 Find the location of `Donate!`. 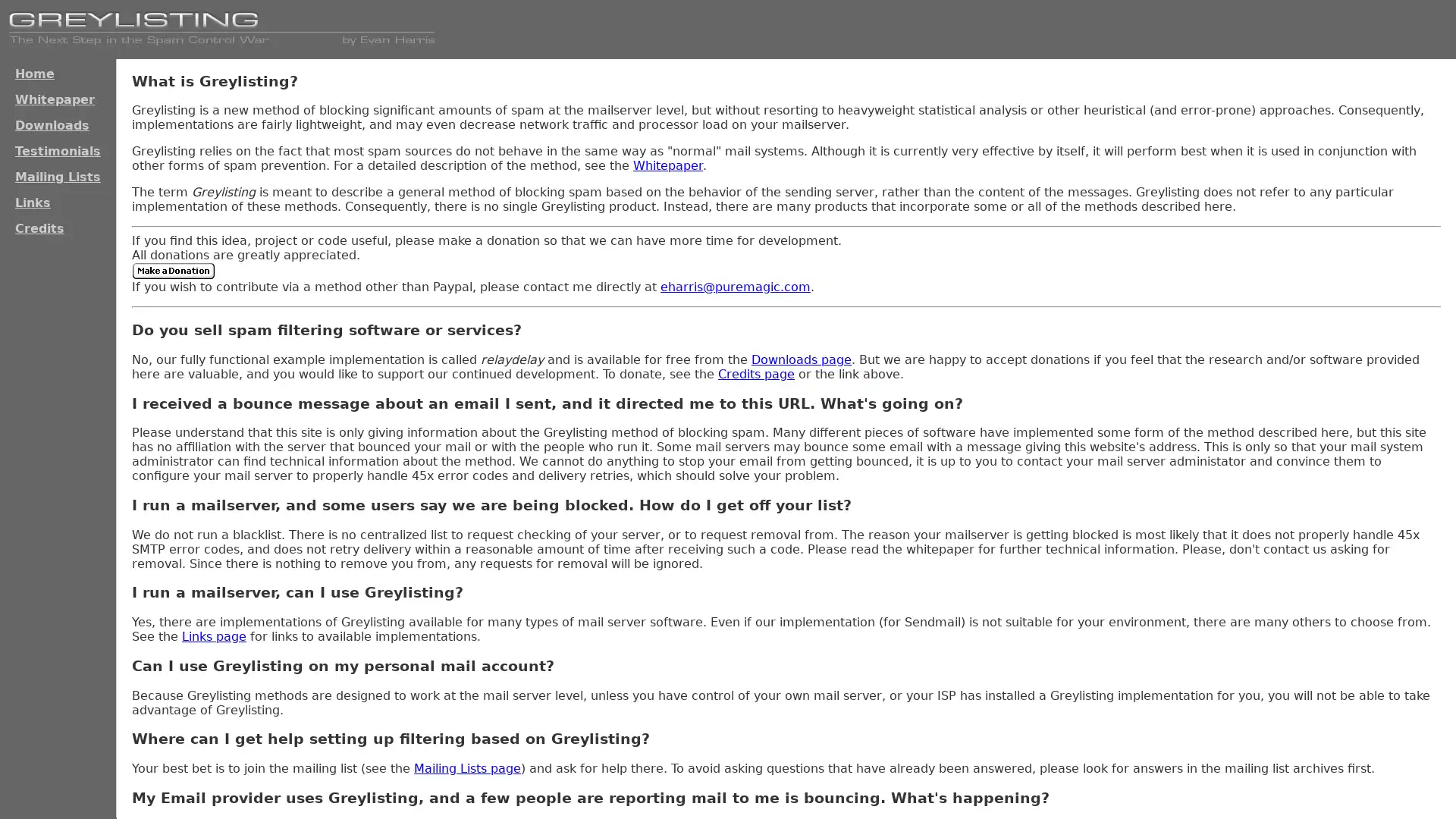

Donate! is located at coordinates (174, 270).